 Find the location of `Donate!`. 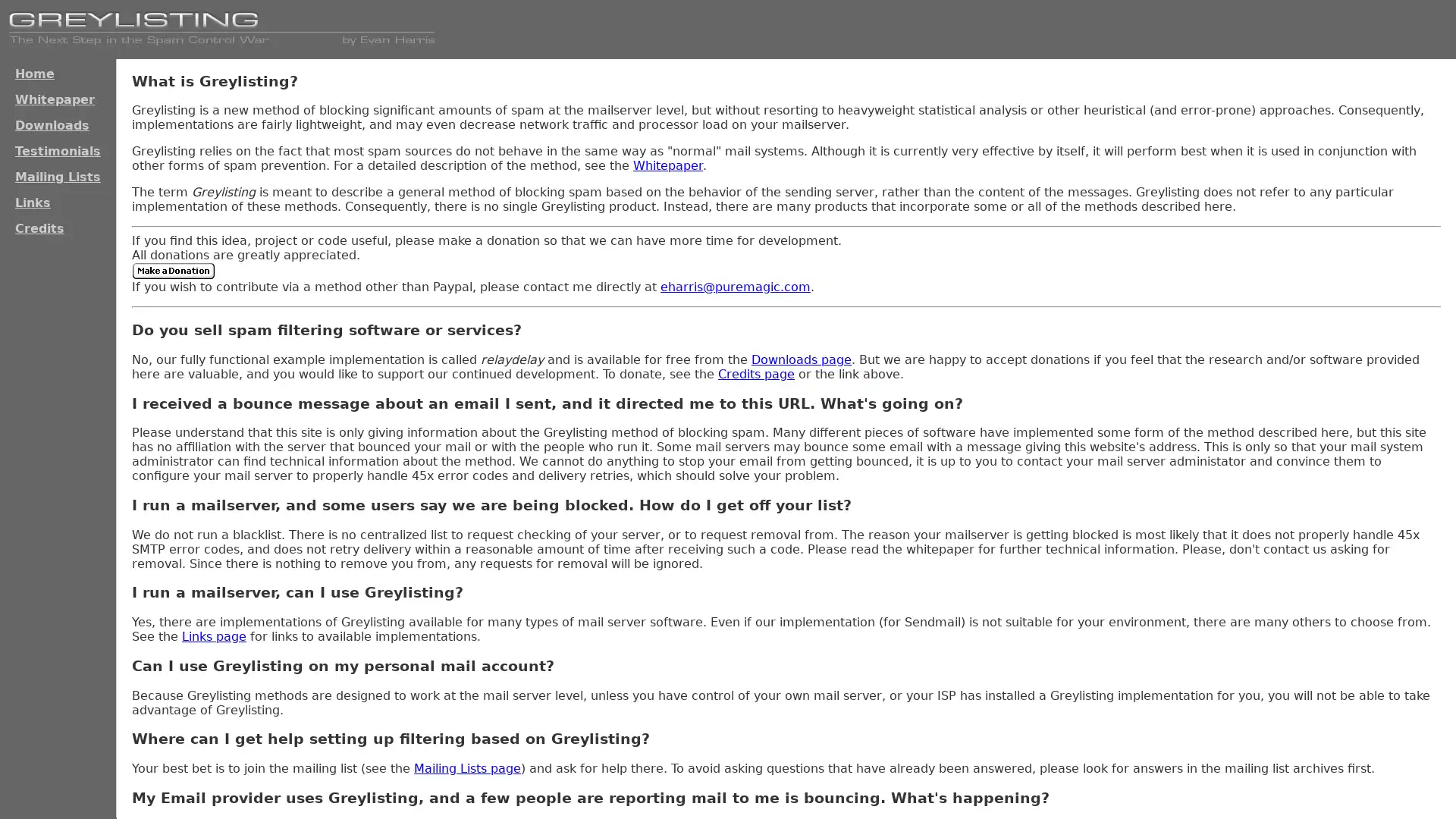

Donate! is located at coordinates (174, 270).